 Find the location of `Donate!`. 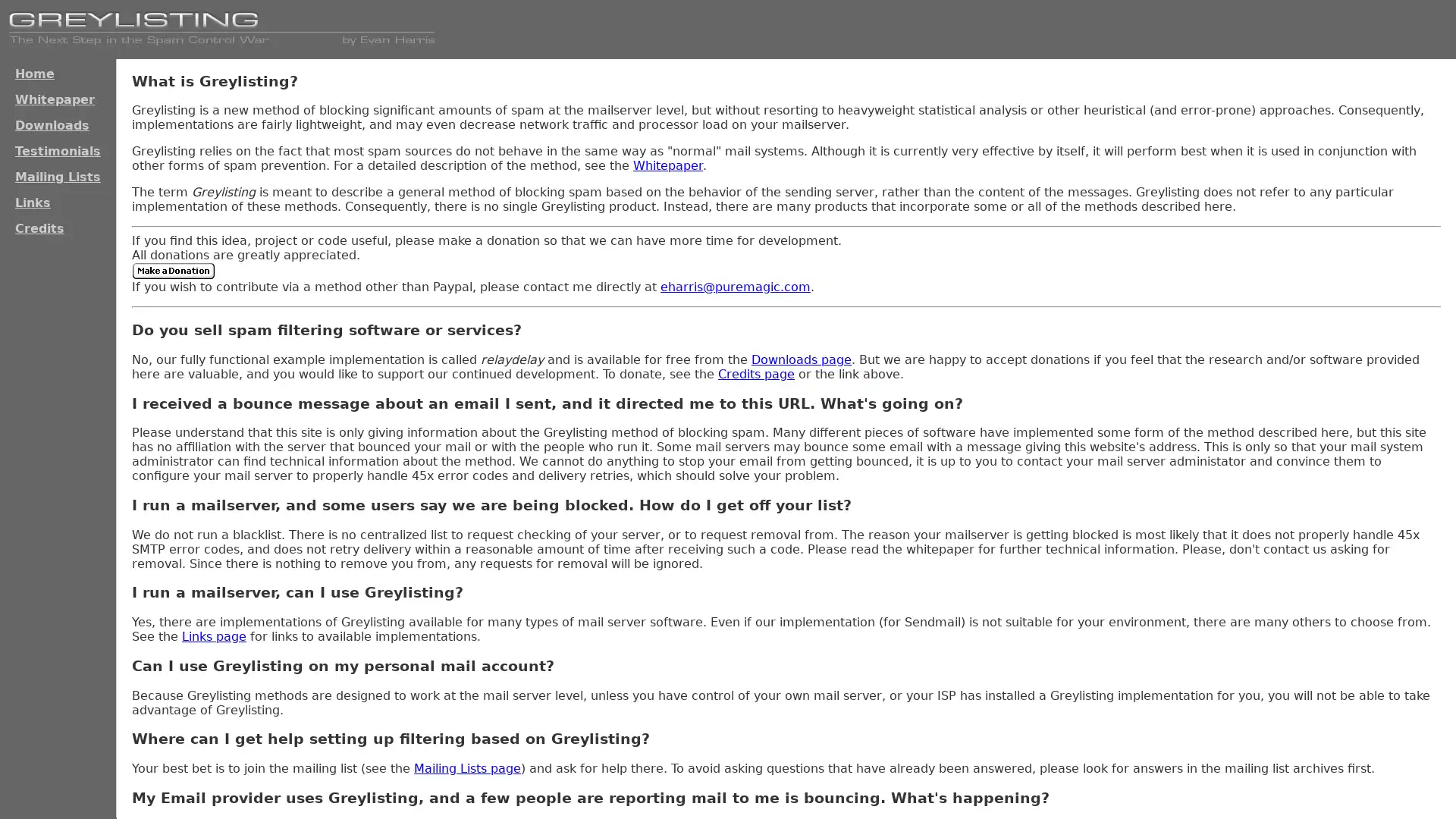

Donate! is located at coordinates (174, 270).